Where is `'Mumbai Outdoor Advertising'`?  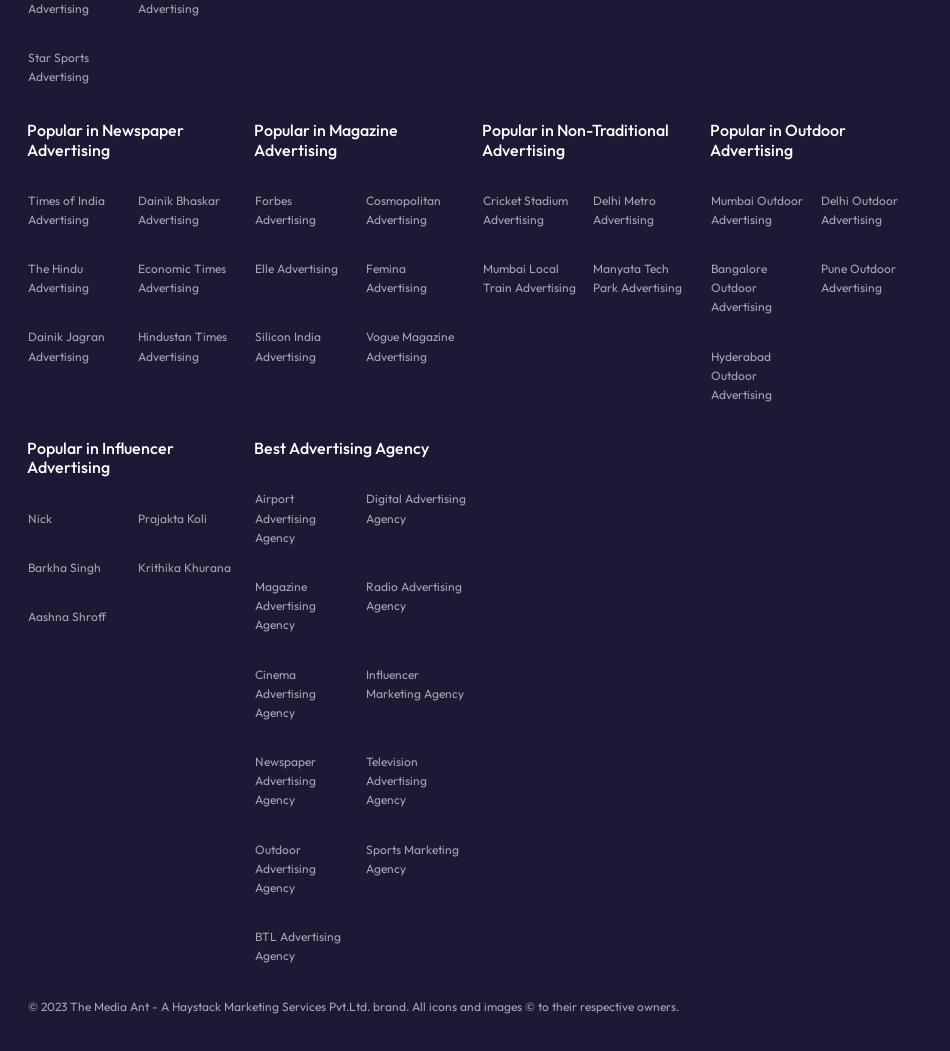
'Mumbai Outdoor Advertising' is located at coordinates (755, 208).